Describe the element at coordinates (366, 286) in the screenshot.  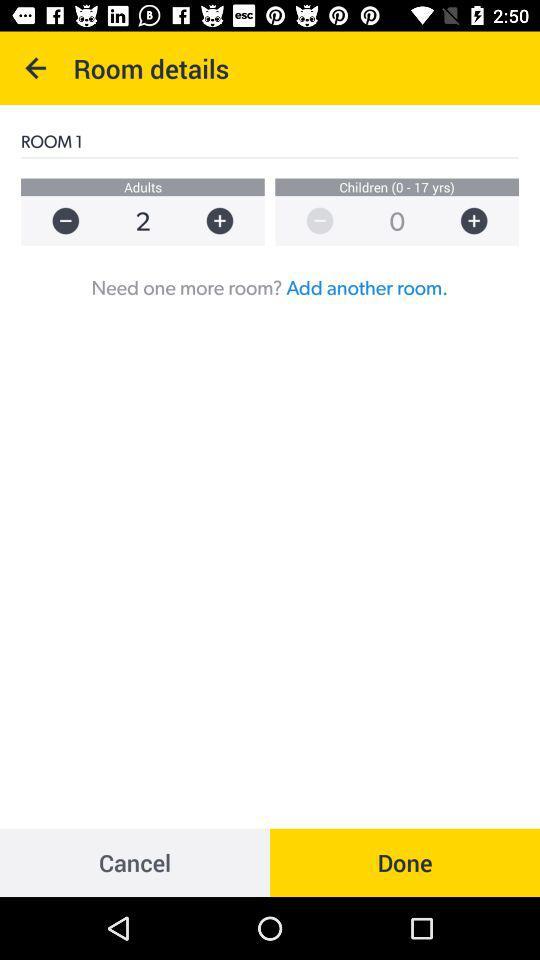
I see `the add another room. item` at that location.